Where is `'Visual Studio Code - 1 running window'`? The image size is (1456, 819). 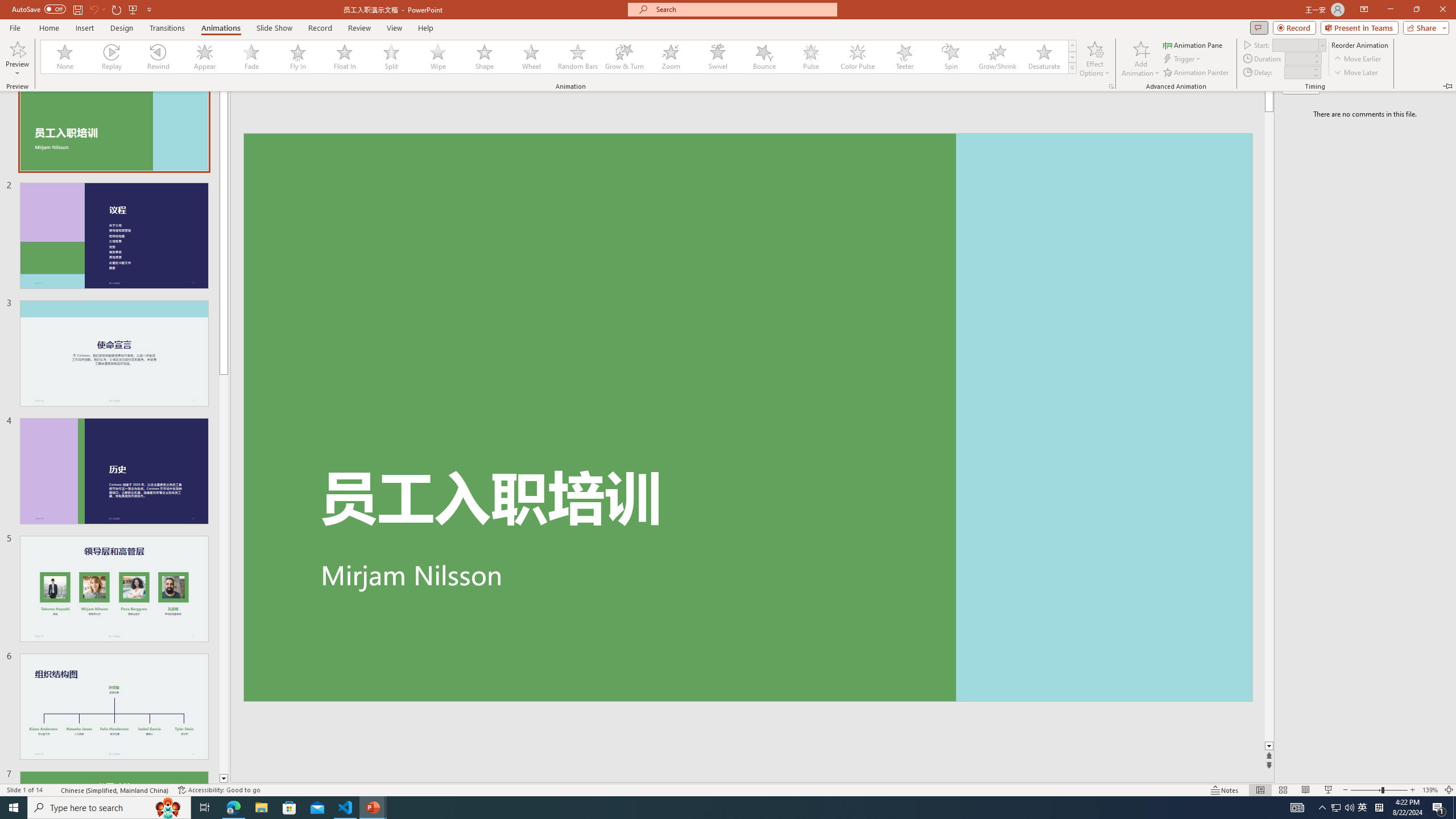
'Visual Studio Code - 1 running window' is located at coordinates (345, 806).